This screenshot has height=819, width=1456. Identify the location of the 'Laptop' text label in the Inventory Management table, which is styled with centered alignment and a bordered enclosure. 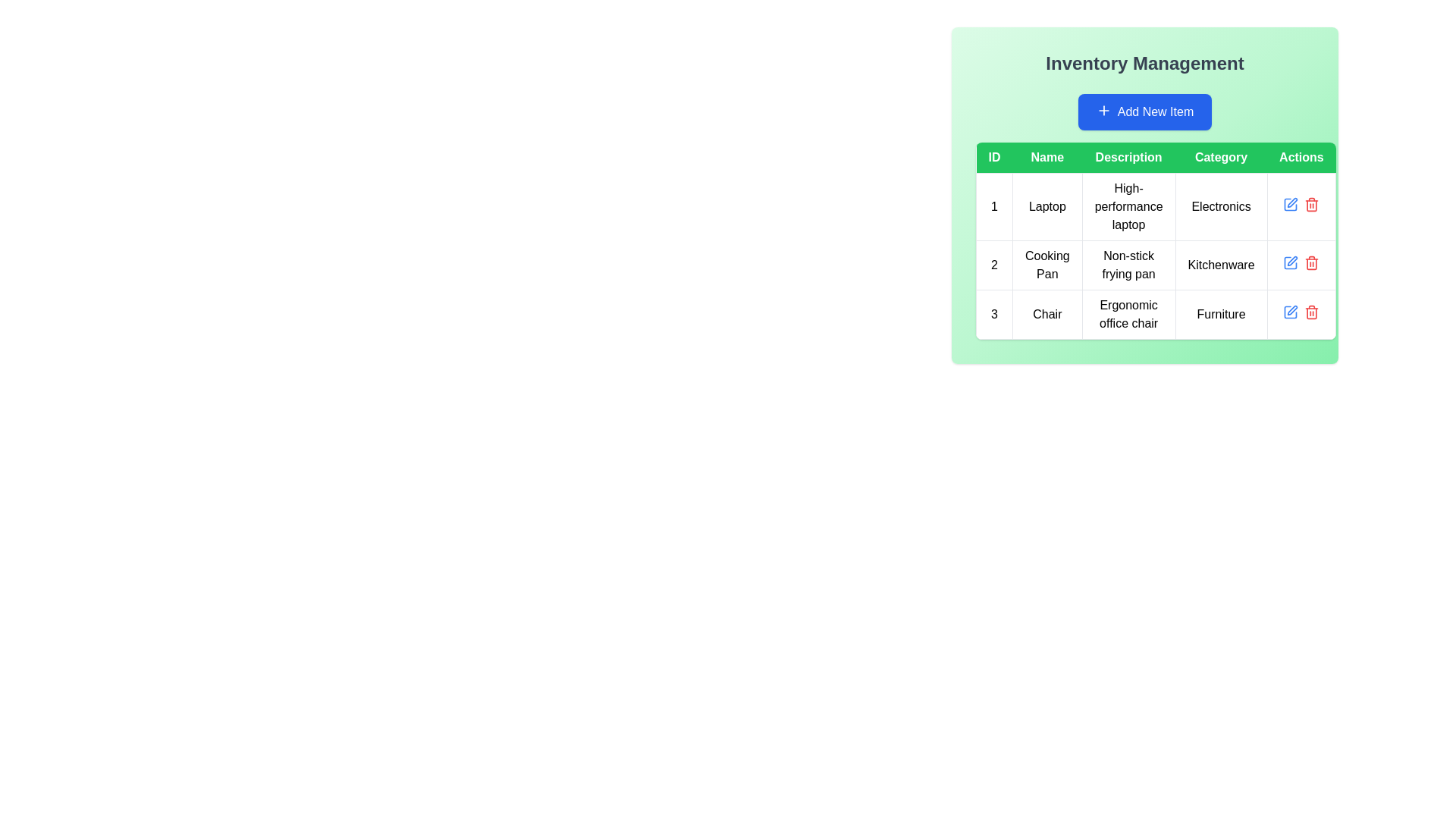
(1046, 207).